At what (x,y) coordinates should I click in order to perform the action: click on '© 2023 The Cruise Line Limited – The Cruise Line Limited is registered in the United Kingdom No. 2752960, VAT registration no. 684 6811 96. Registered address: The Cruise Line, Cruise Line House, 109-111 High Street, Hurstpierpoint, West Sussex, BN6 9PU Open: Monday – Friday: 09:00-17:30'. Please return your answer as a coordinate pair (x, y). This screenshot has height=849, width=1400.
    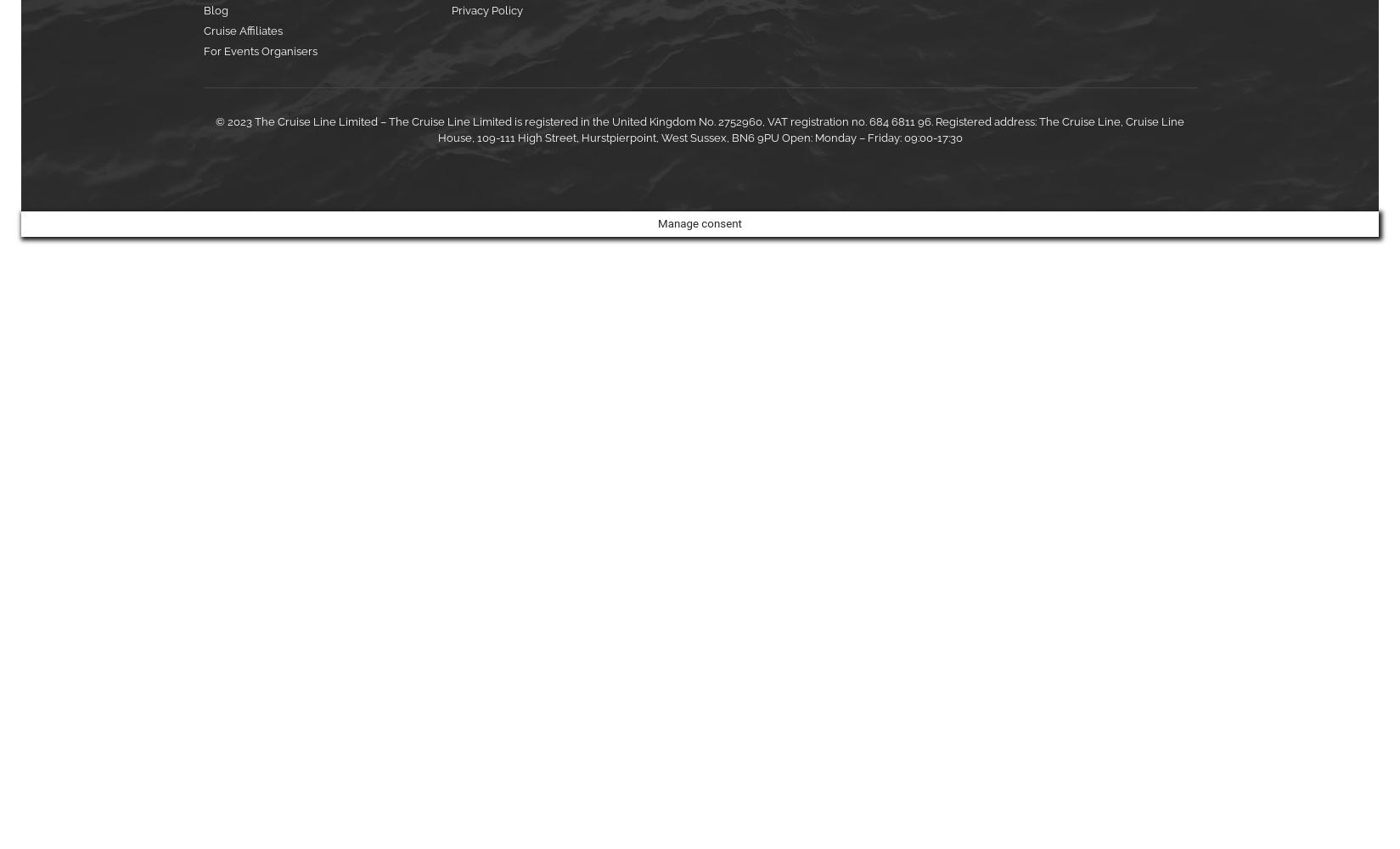
    Looking at the image, I should click on (700, 130).